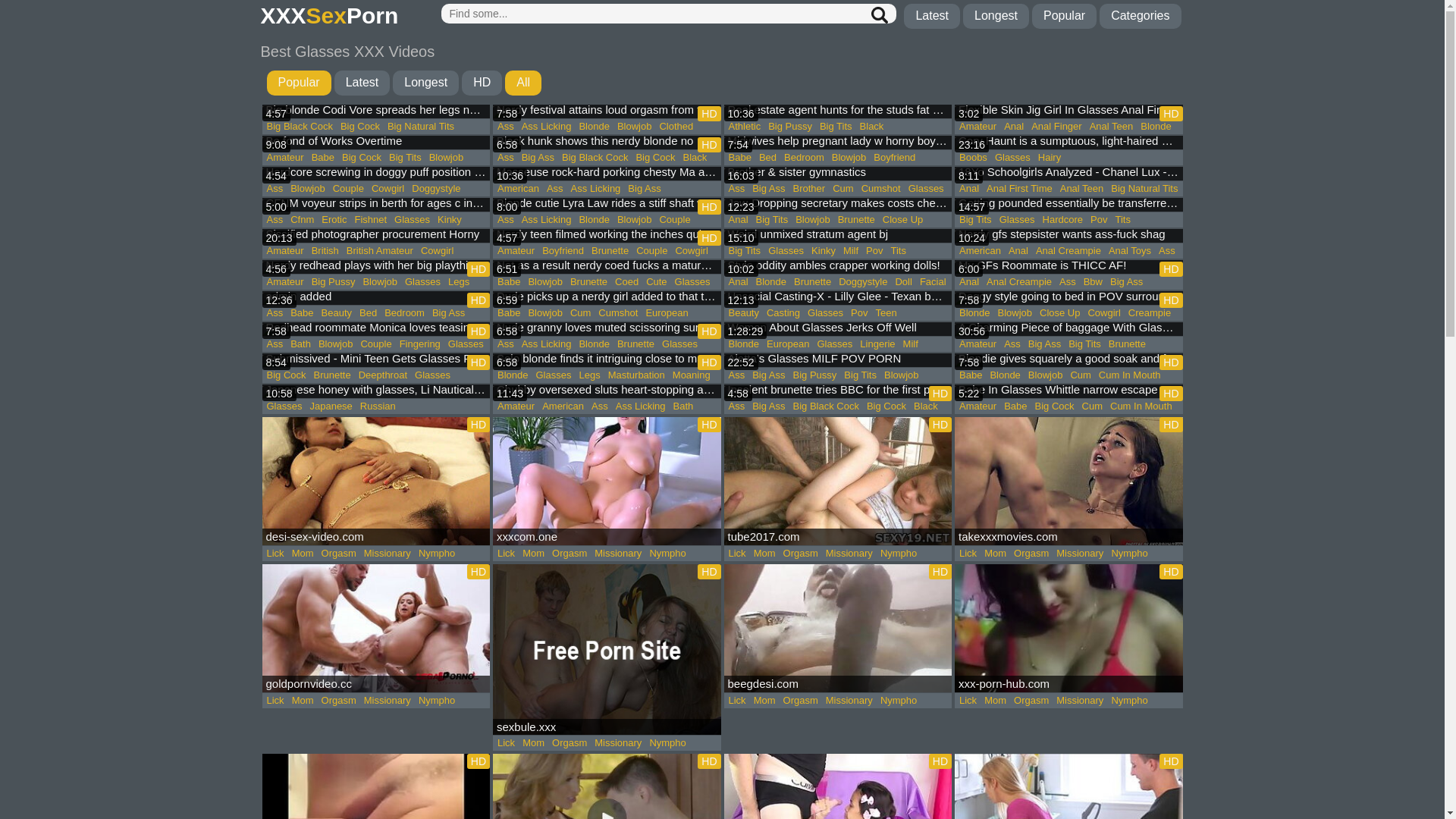 The image size is (1456, 819). Describe the element at coordinates (874, 250) in the screenshot. I see `'Pov'` at that location.